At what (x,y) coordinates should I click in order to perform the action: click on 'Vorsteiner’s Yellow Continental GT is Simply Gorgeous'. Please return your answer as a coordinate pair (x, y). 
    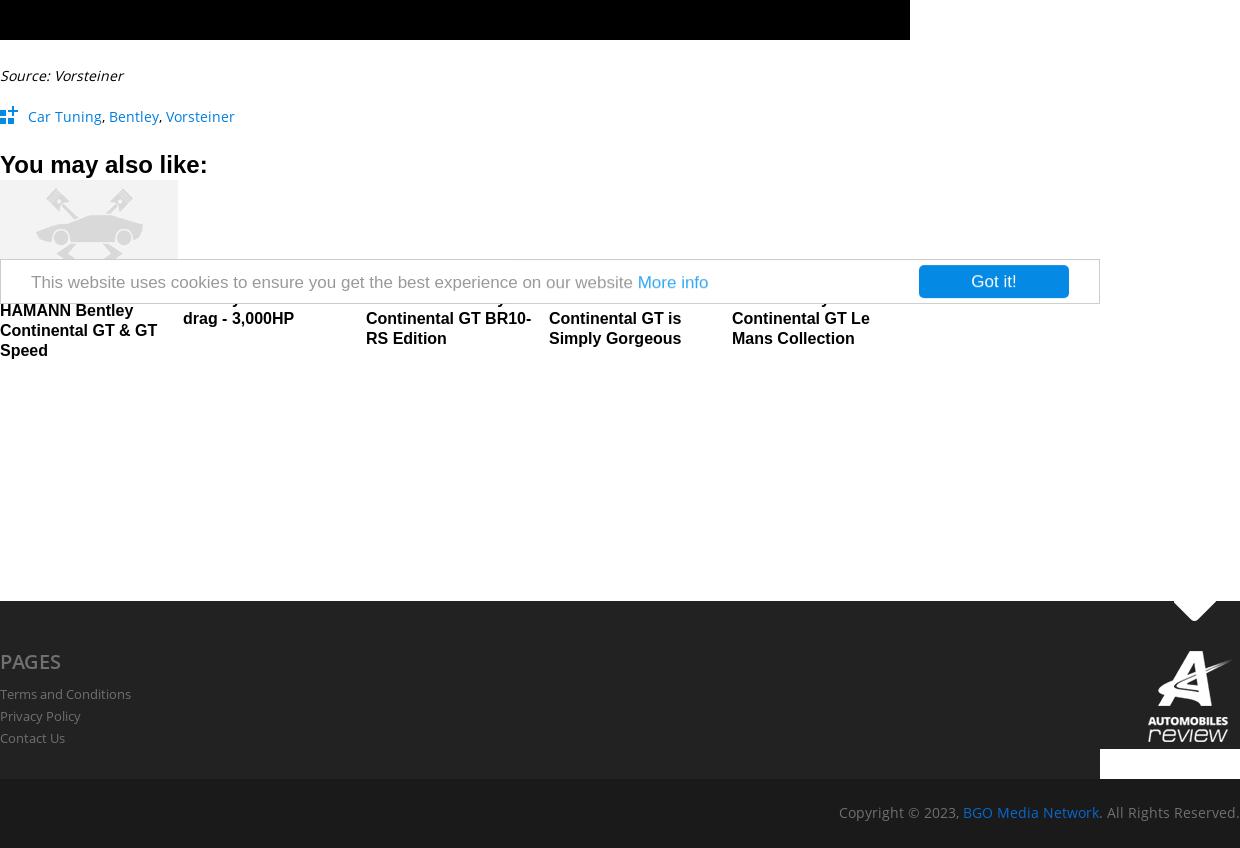
    Looking at the image, I should click on (620, 318).